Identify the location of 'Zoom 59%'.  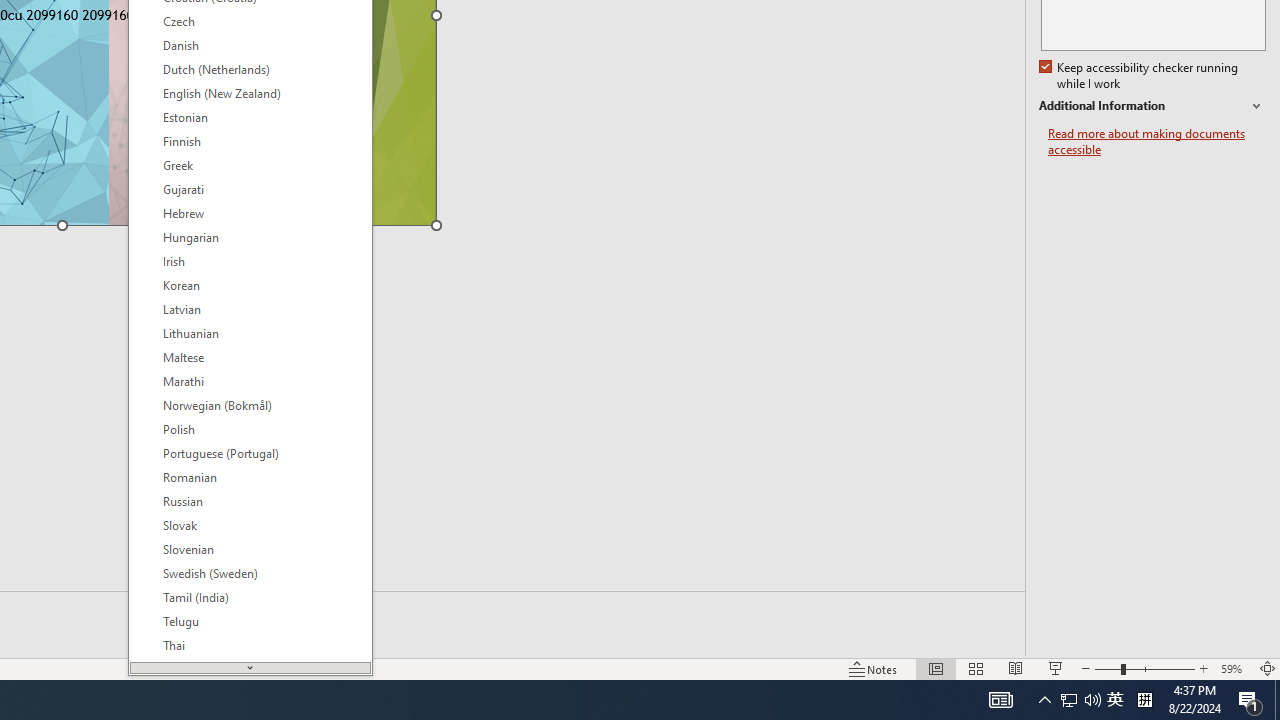
(1233, 669).